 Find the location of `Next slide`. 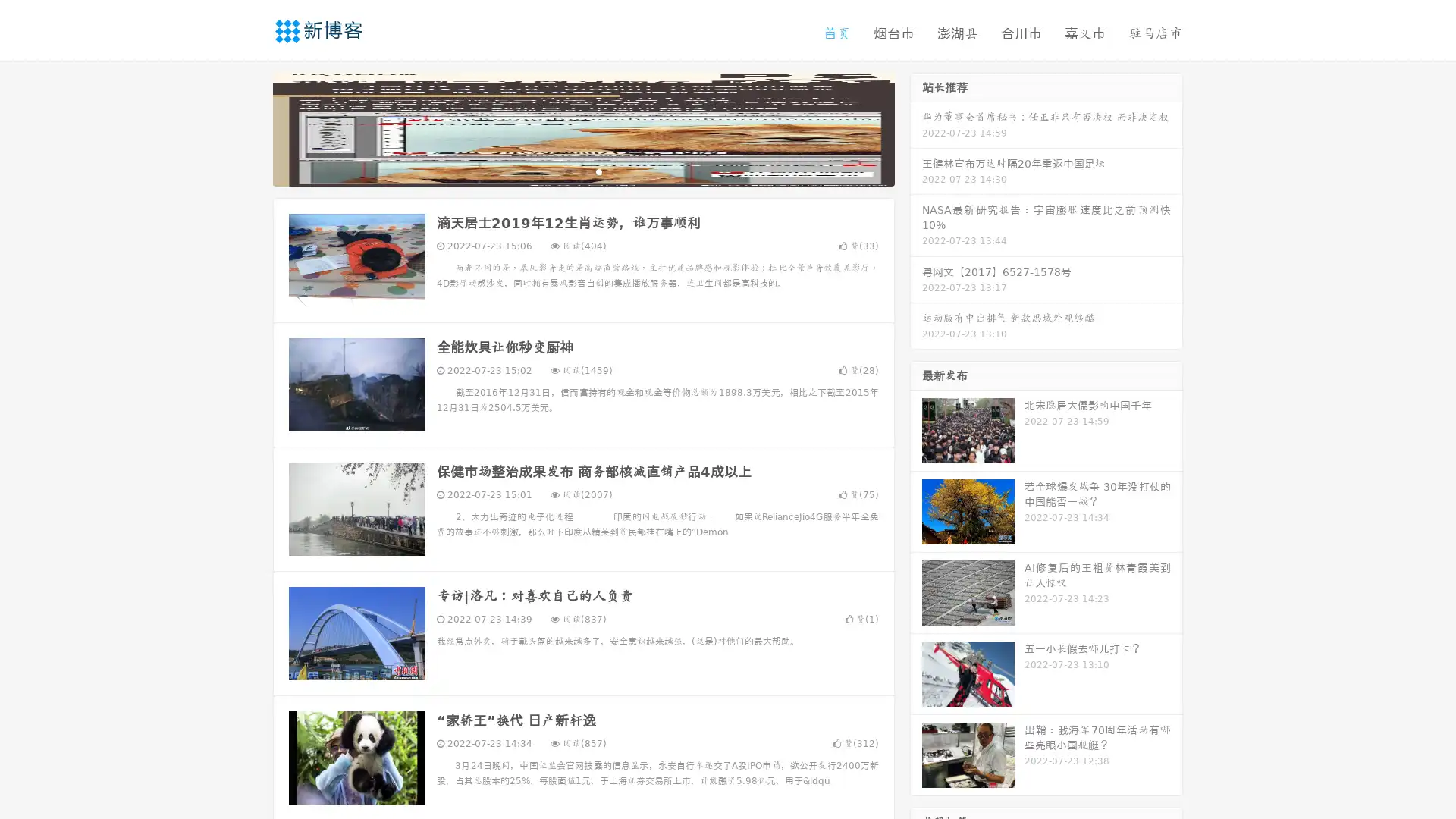

Next slide is located at coordinates (916, 127).